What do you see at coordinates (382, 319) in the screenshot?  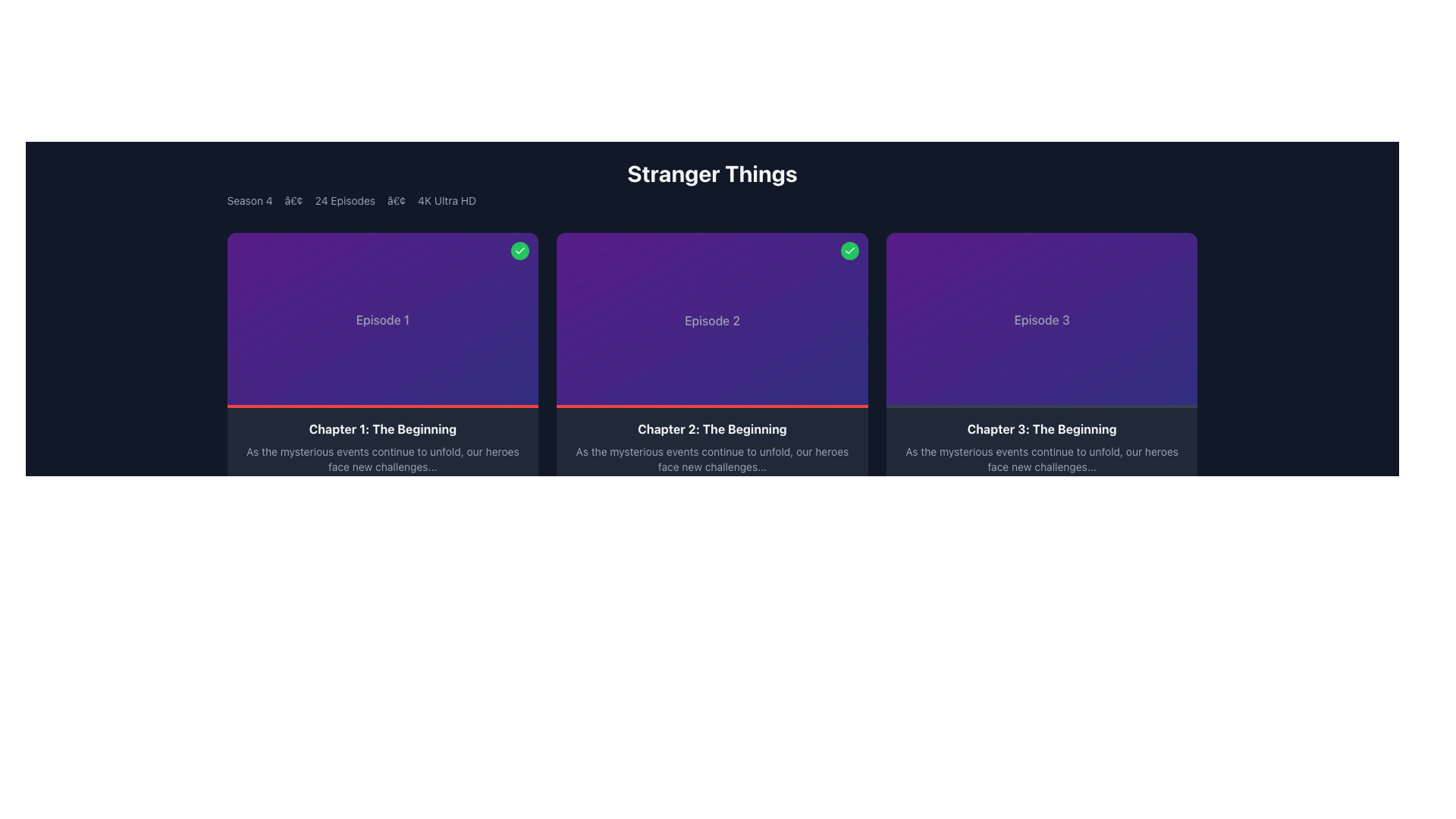 I see `text label displaying 'Episode 1' which is centered in the first card of three identical cards on a purple background` at bounding box center [382, 319].